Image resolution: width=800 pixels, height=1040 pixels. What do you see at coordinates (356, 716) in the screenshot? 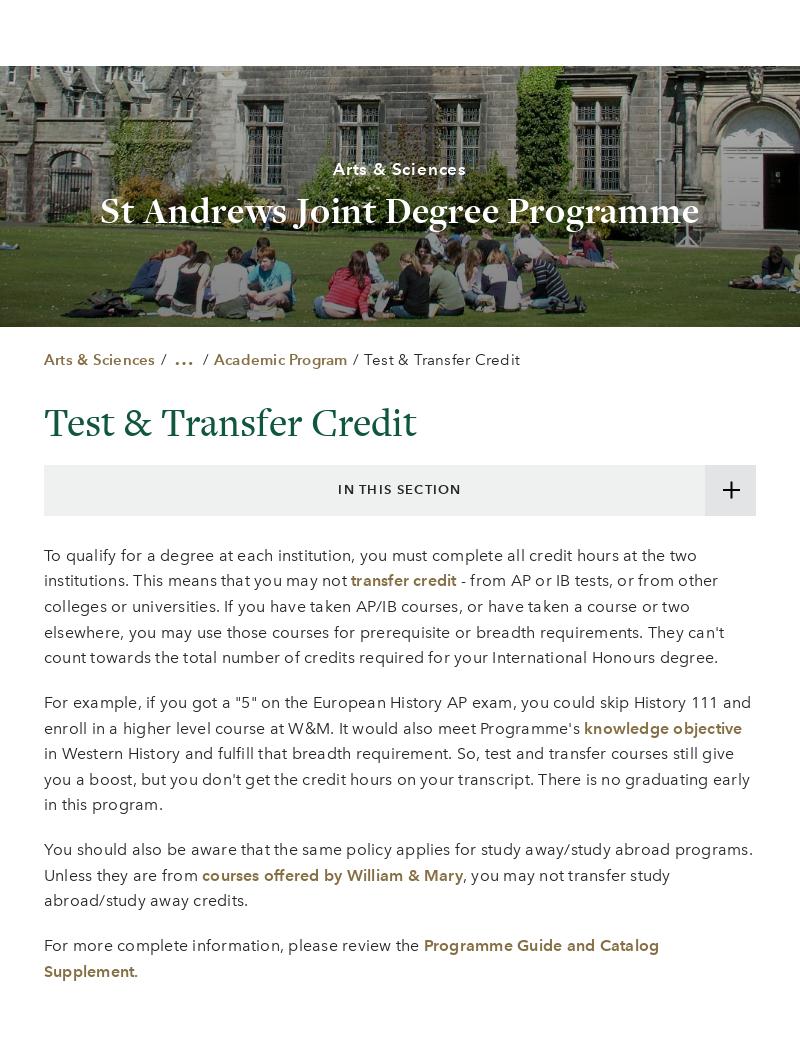
I see `'Social Stream'` at bounding box center [356, 716].